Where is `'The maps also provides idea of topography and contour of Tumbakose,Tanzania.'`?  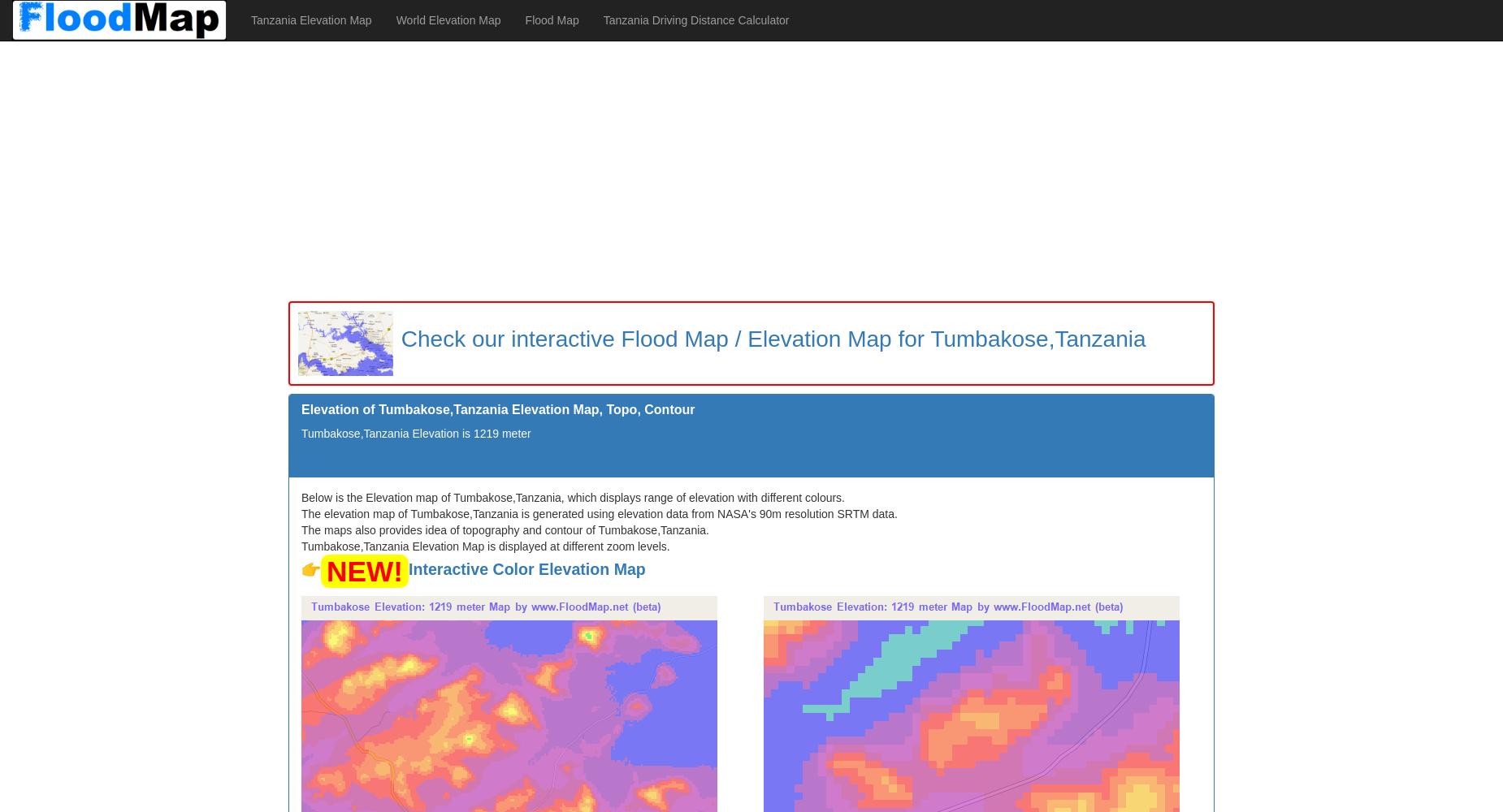
'The maps also provides idea of topography and contour of Tumbakose,Tanzania.' is located at coordinates (505, 529).